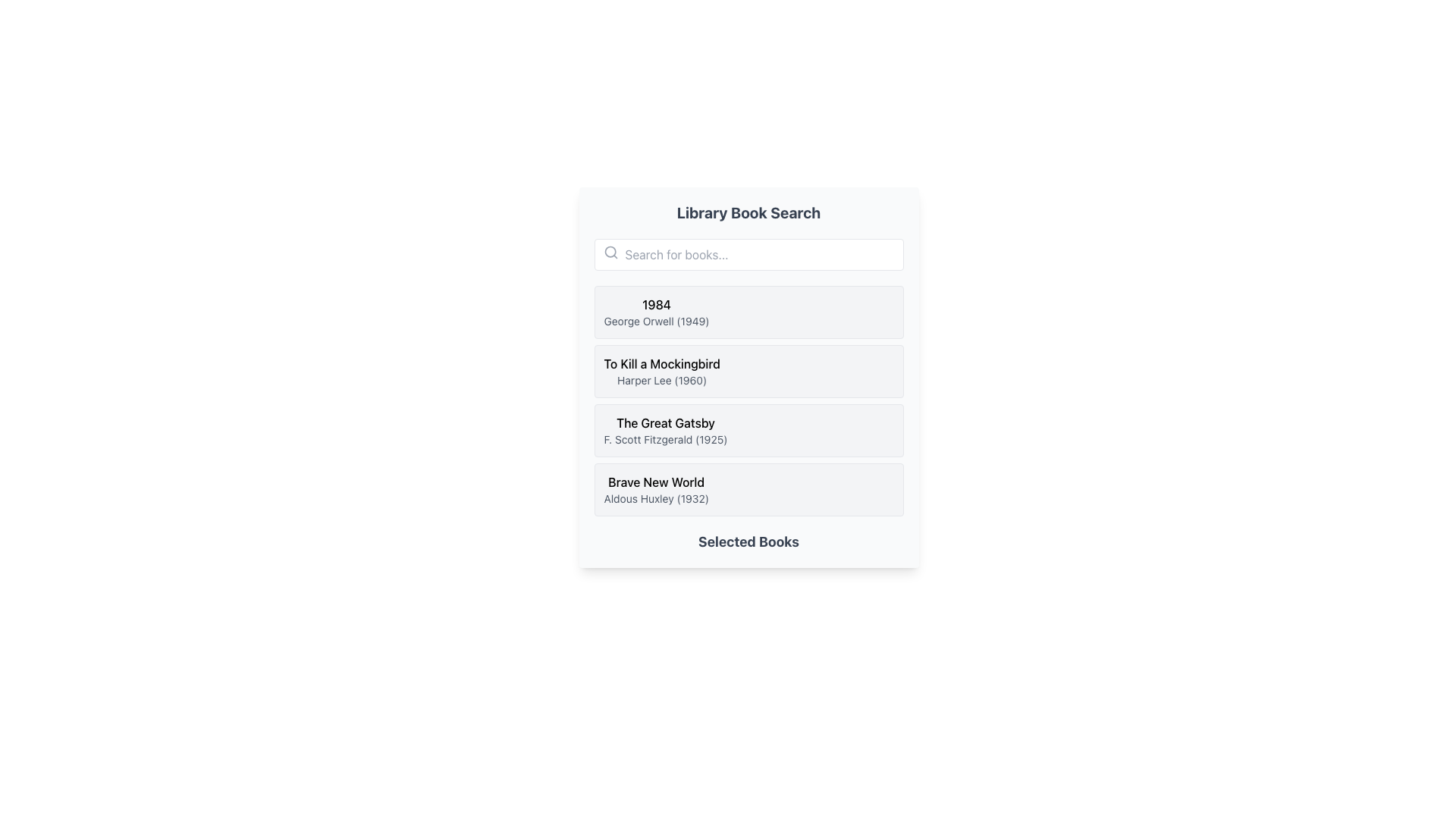 This screenshot has height=819, width=1456. I want to click on the text displaying the book title 'The Great Gatsby', located in the third box of the vertical list of items, above the subtitle 'F. Scott Fitzgerald (1925)', so click(666, 423).